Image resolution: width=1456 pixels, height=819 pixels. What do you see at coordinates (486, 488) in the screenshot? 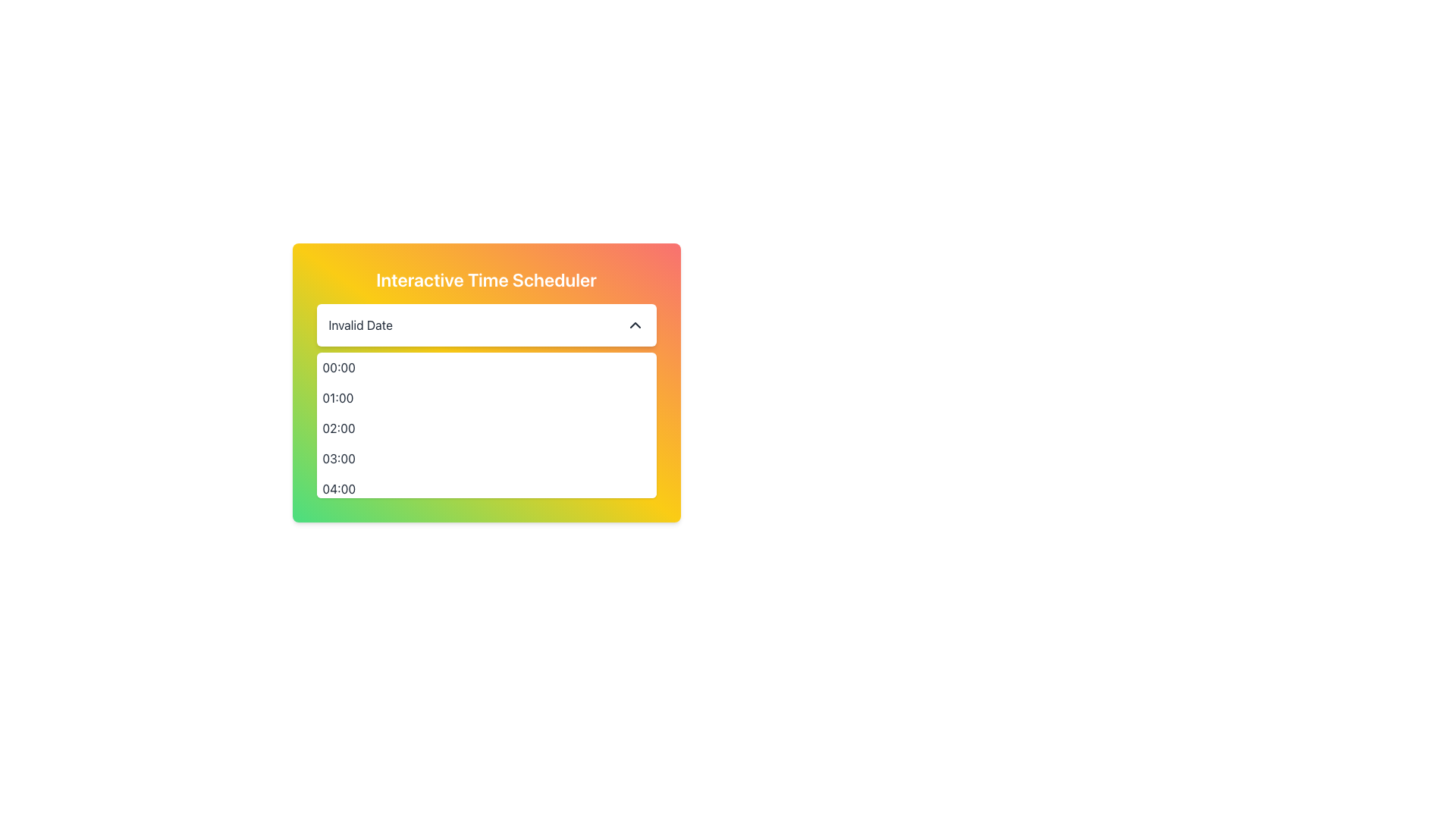
I see `the list item representing the time option '04:00' within the dropdown menu` at bounding box center [486, 488].